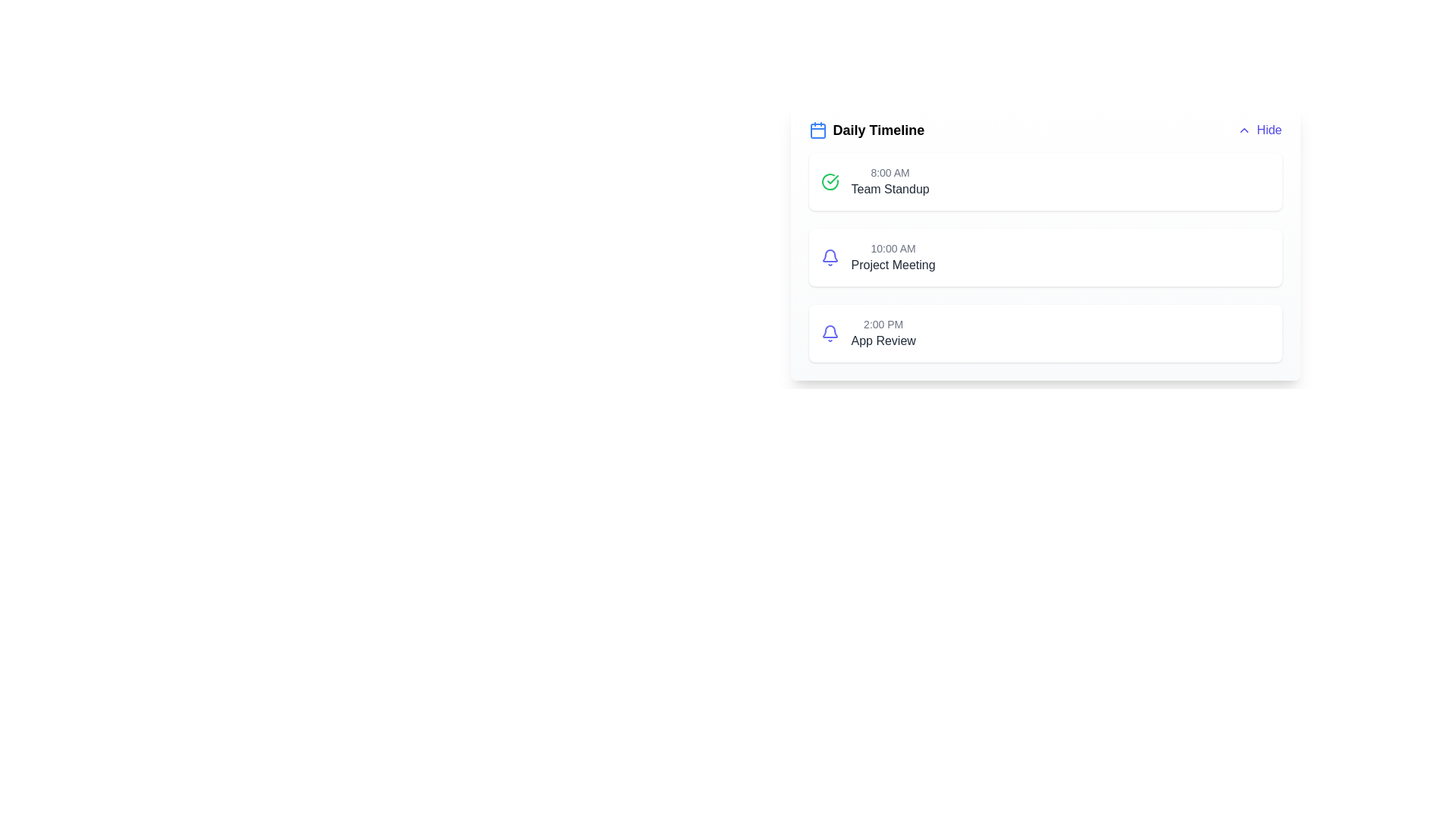  I want to click on text label displaying 'Team Standup' located in the Daily Timeline interface, positioned below '8:00 AM', so click(890, 189).